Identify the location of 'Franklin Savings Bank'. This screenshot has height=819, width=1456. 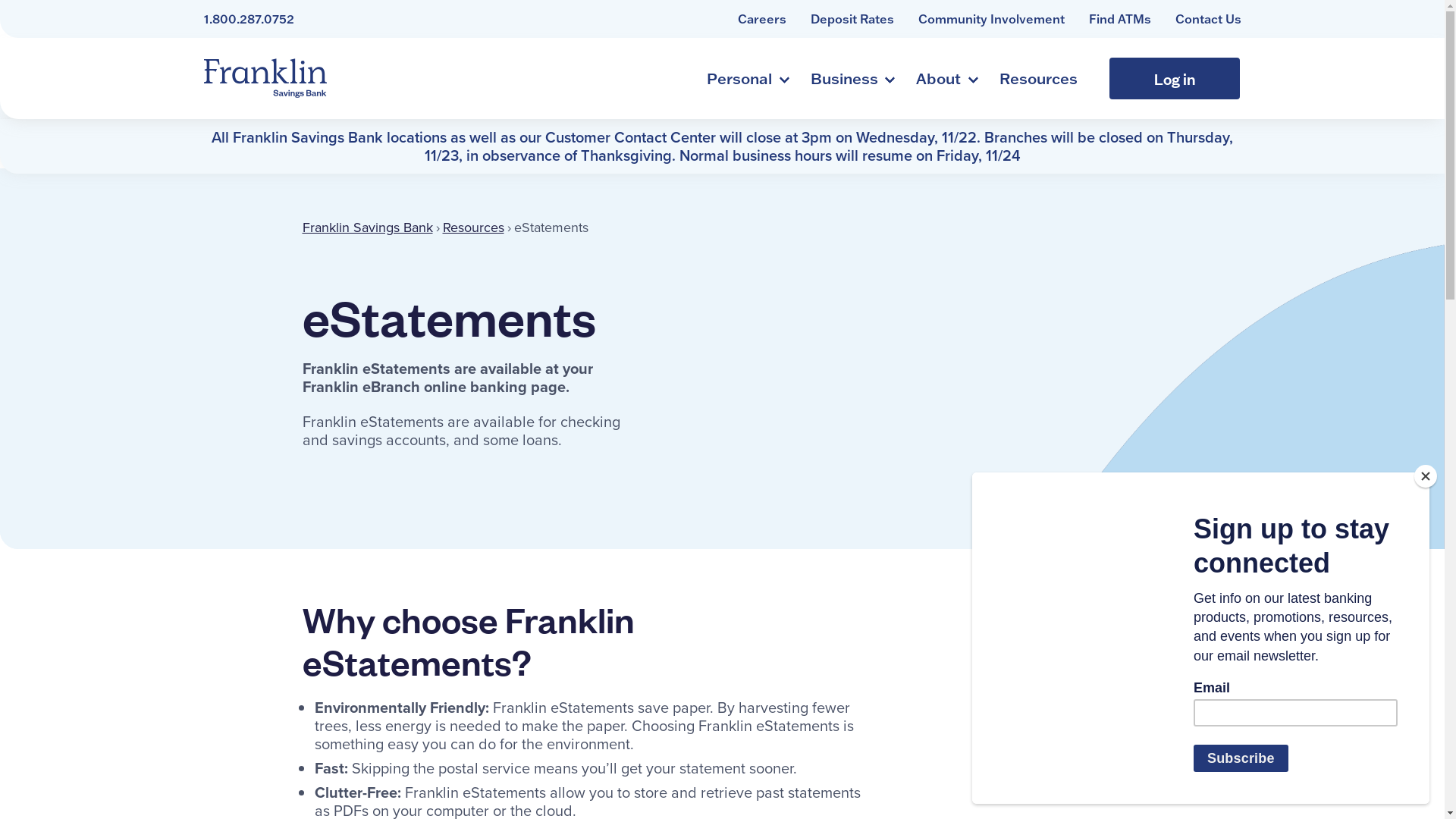
(265, 78).